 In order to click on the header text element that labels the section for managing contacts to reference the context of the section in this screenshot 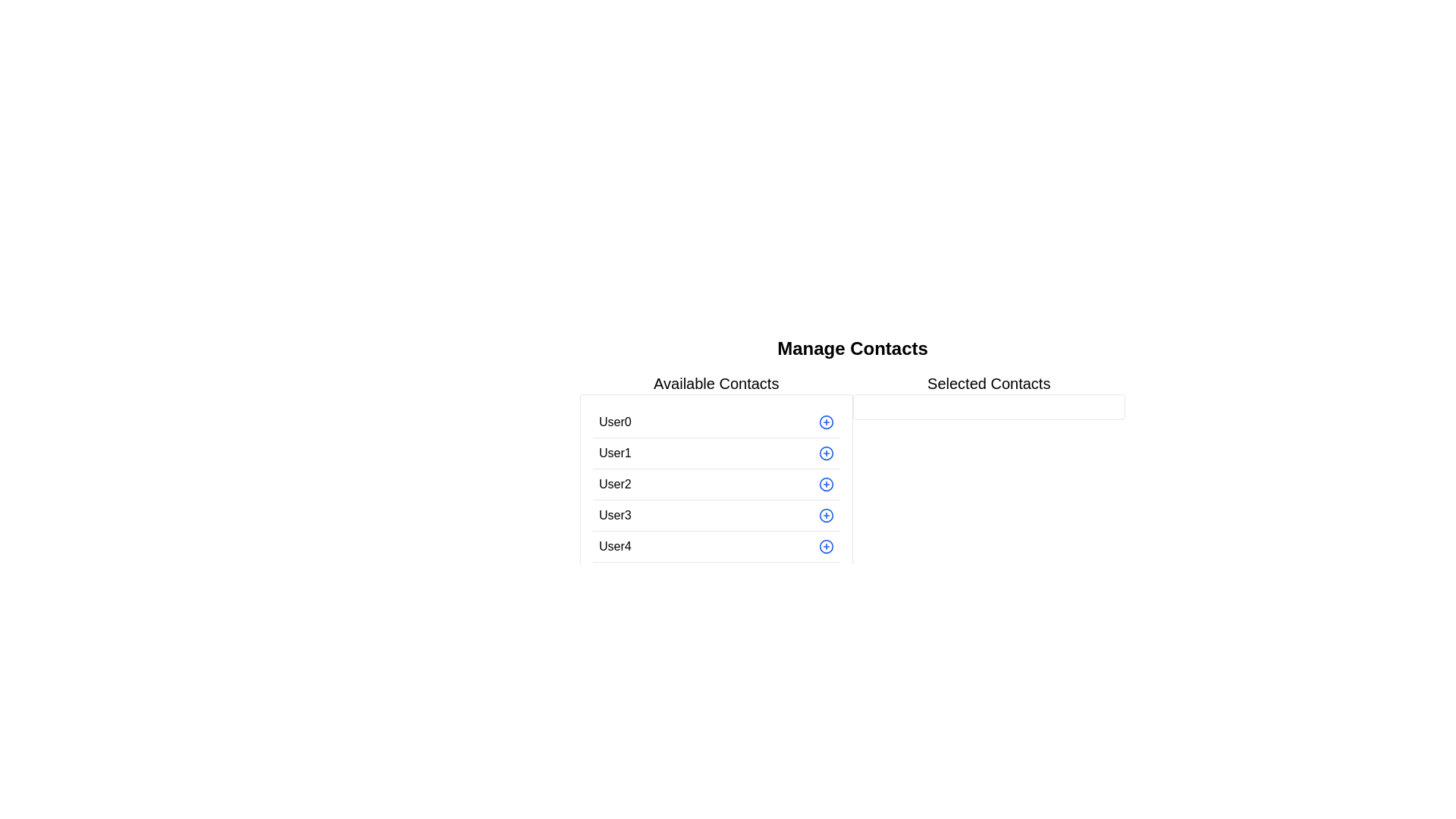, I will do `click(852, 348)`.